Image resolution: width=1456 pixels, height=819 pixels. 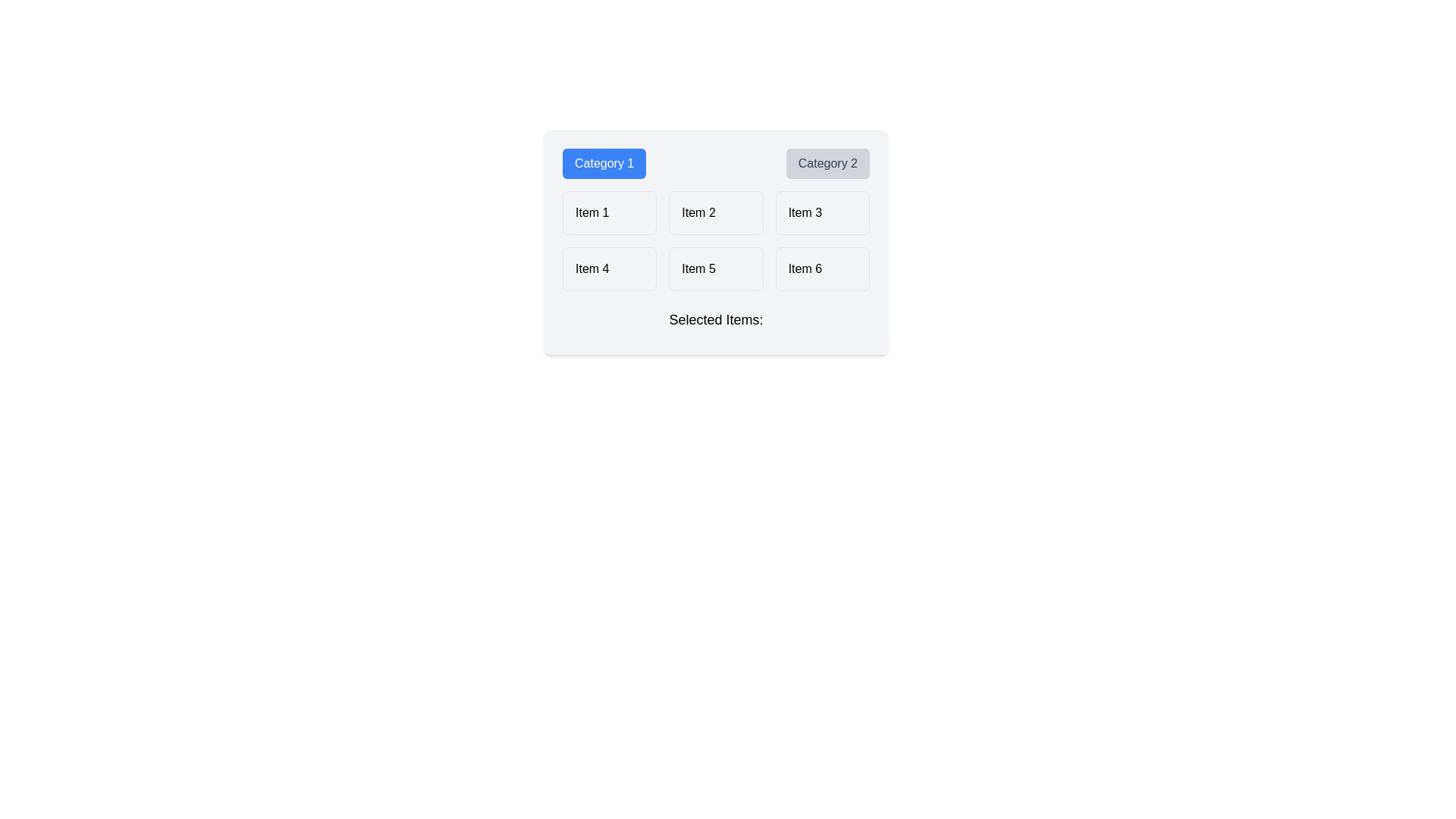 What do you see at coordinates (715, 164) in the screenshot?
I see `the 'Category 2' button, which is styled with a gray background and is part of a group of two horizontally arranged buttons at the top of a light gray panel` at bounding box center [715, 164].